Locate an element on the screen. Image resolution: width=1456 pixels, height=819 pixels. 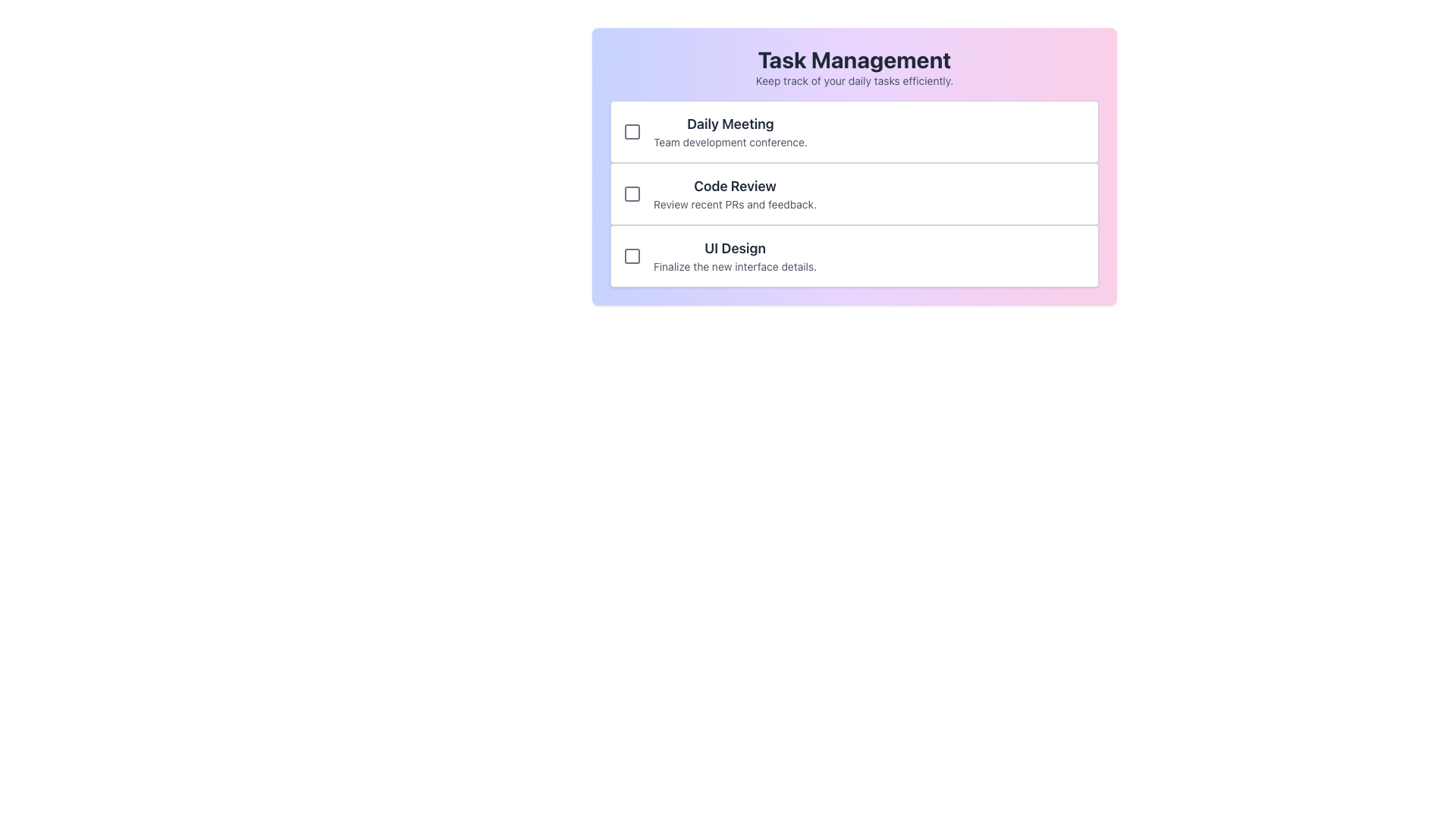
the 'Daily Meeting' text label, which is styled prominently with a larger, bold font and is the first item in a vertical list within a card interface is located at coordinates (730, 130).